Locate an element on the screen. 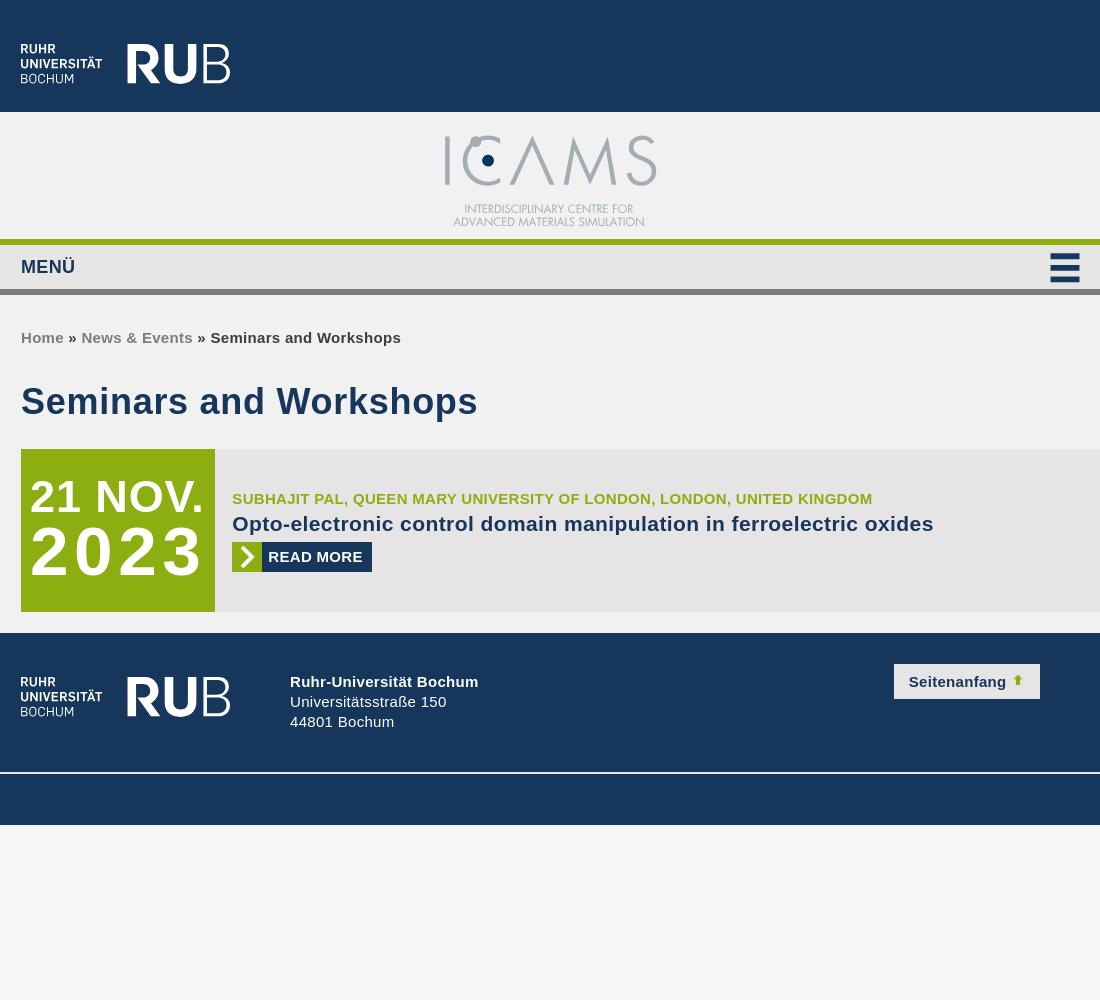  'Opto-electronic control domain manipulation in ferroelectric oxides' is located at coordinates (231, 523).